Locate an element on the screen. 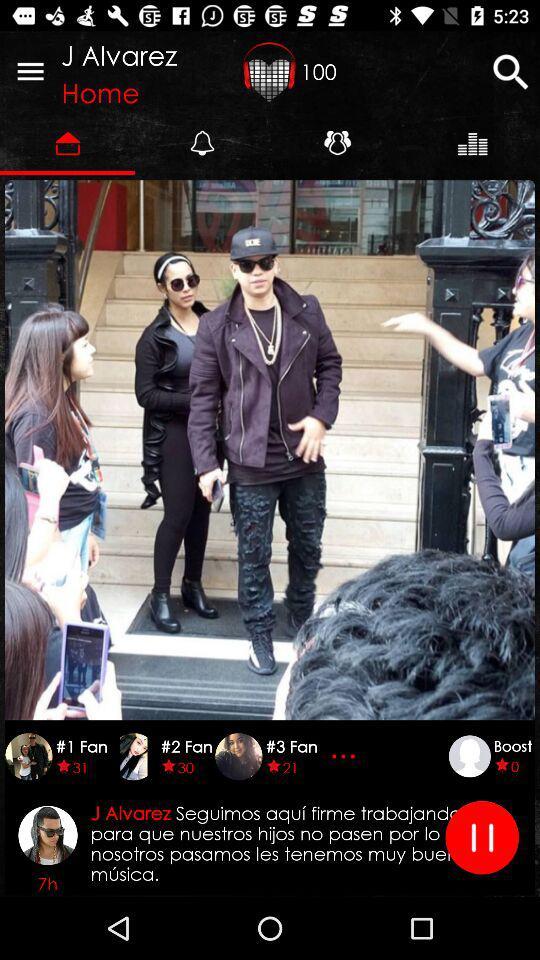 The height and width of the screenshot is (960, 540). search for music is located at coordinates (510, 71).